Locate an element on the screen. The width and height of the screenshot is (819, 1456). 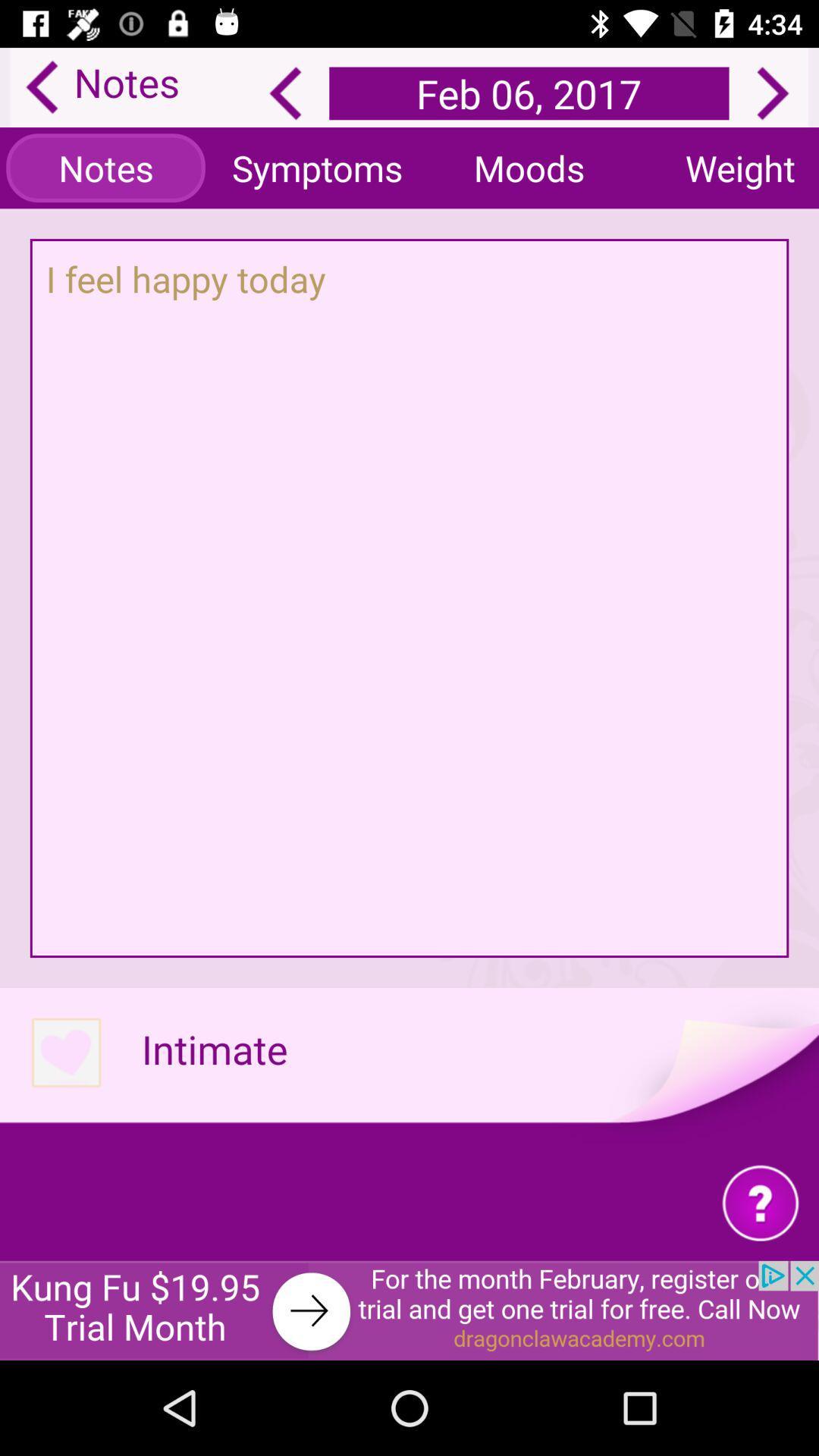
next date is located at coordinates (773, 93).